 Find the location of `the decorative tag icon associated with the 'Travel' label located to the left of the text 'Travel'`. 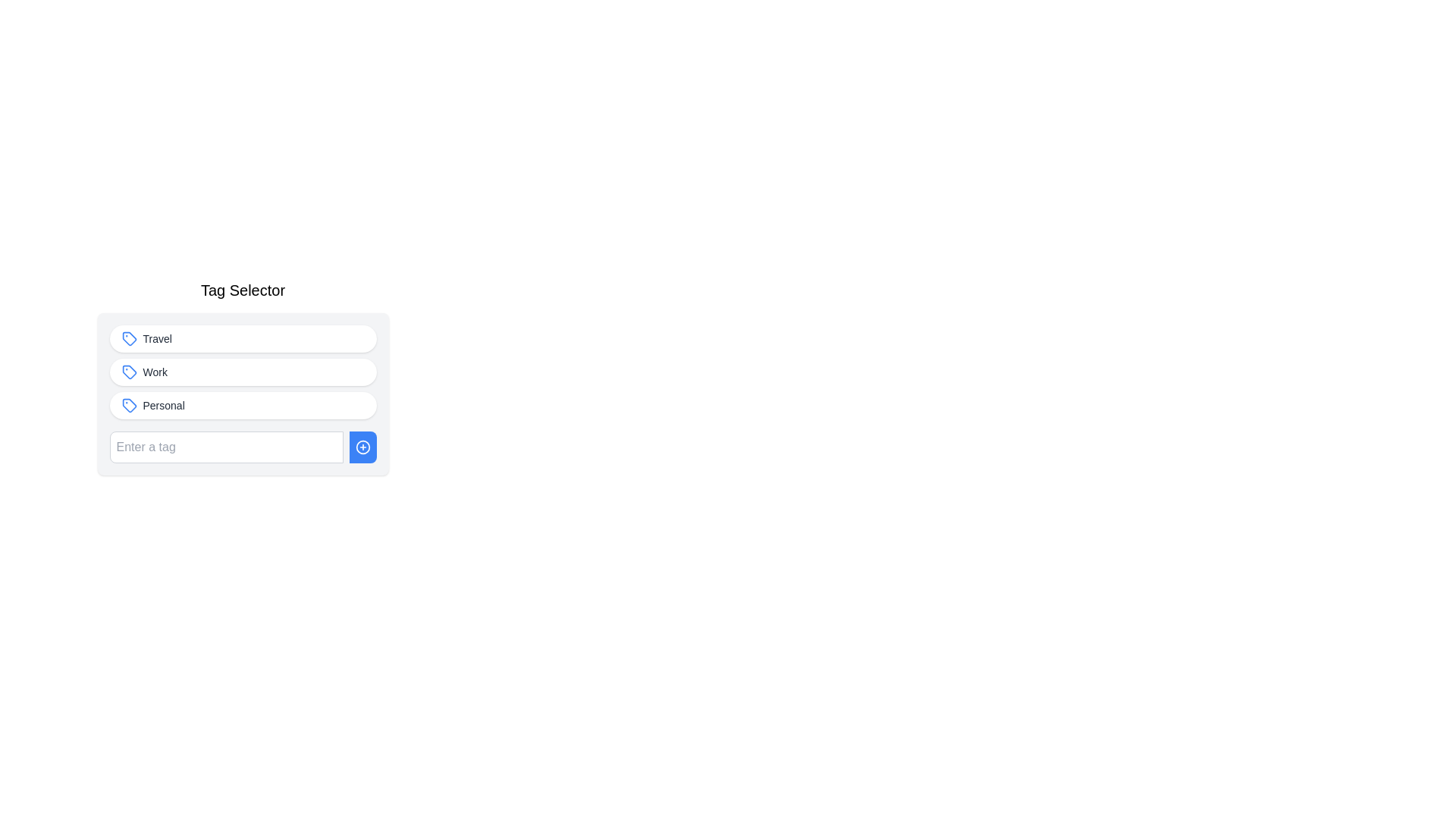

the decorative tag icon associated with the 'Travel' label located to the left of the text 'Travel' is located at coordinates (129, 338).